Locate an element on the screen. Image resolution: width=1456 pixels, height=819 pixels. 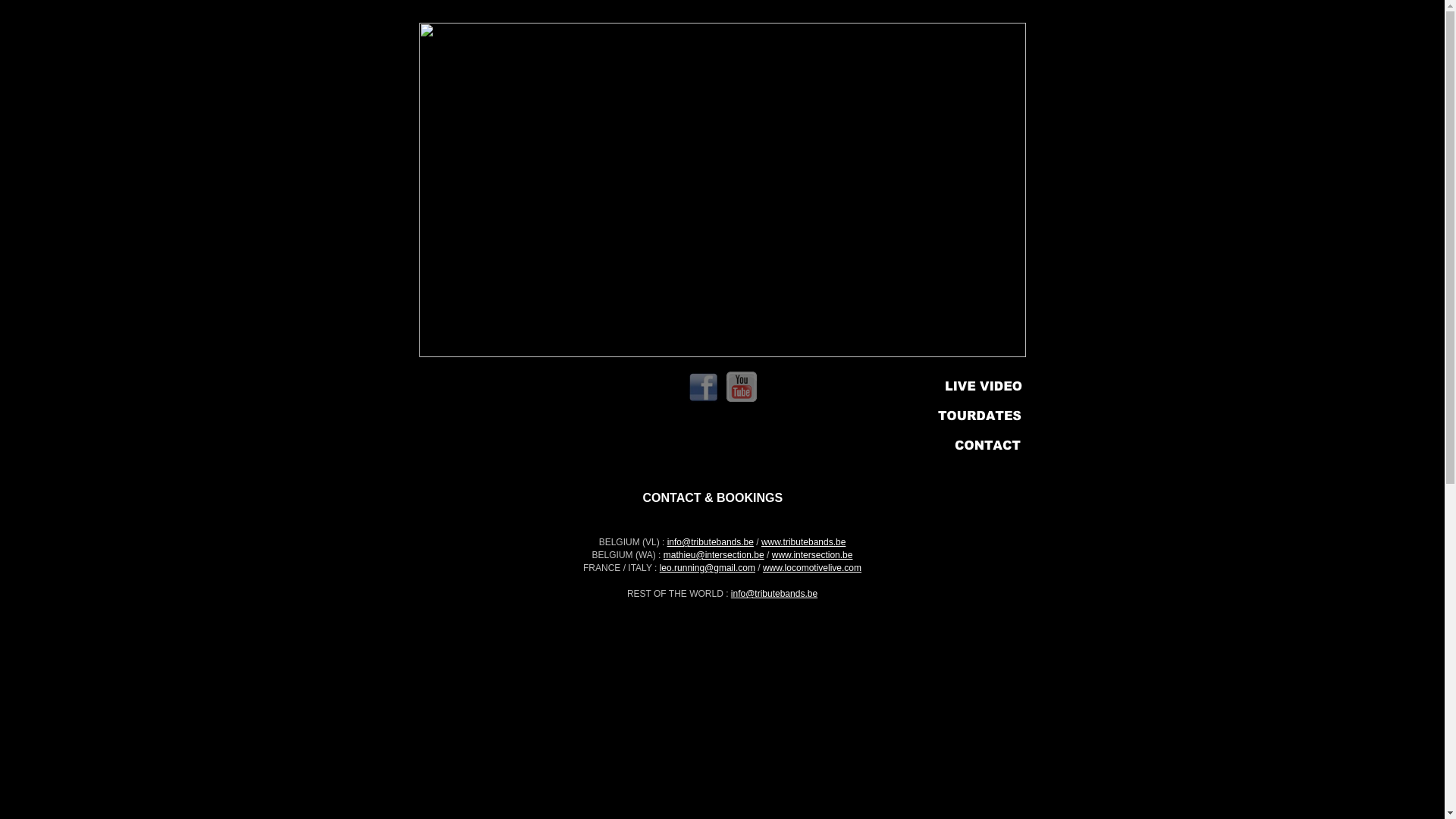
'http://youtube.com/tomadde' is located at coordinates (742, 397).